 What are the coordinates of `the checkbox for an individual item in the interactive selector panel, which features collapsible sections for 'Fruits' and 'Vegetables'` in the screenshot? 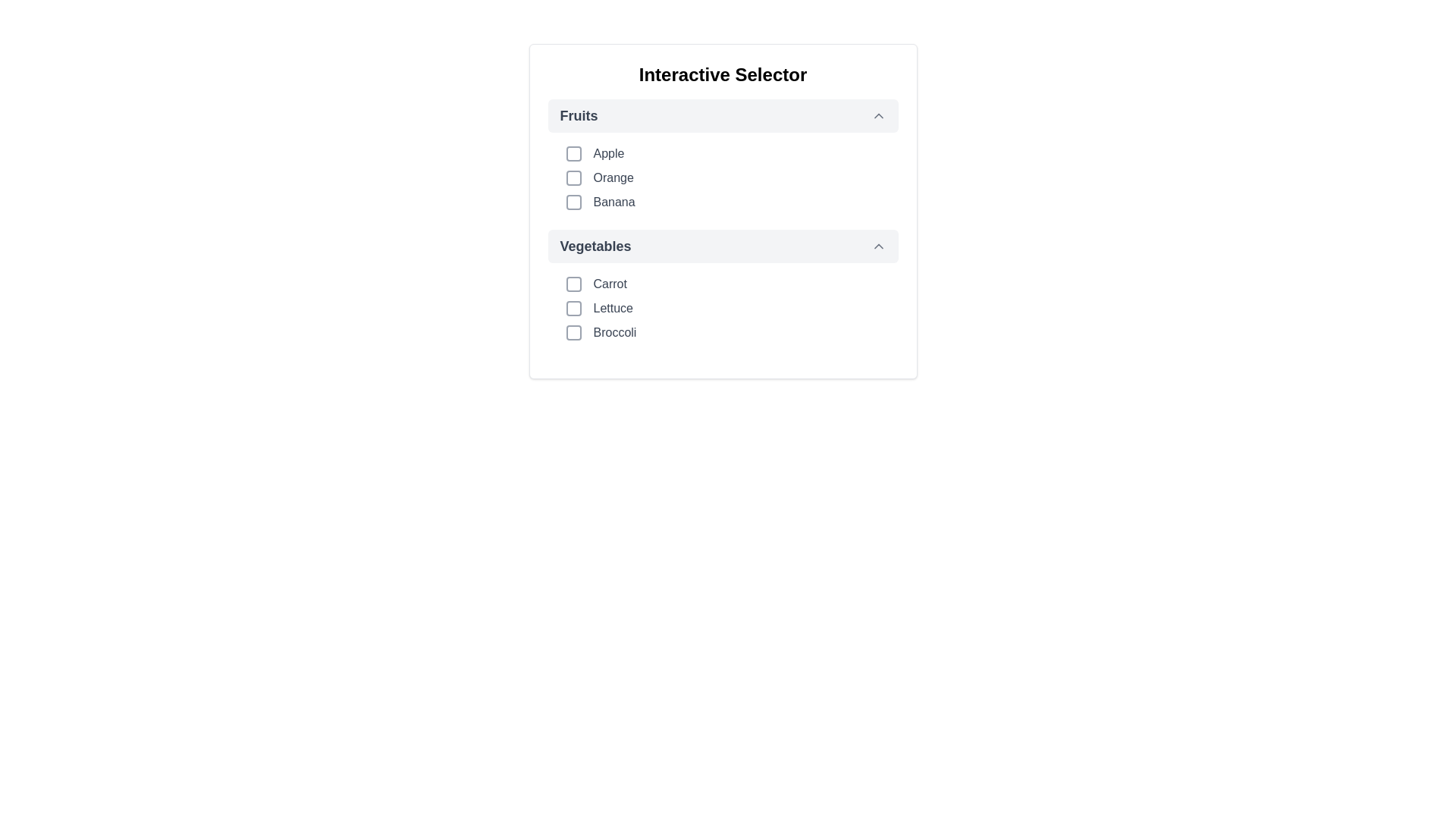 It's located at (722, 211).